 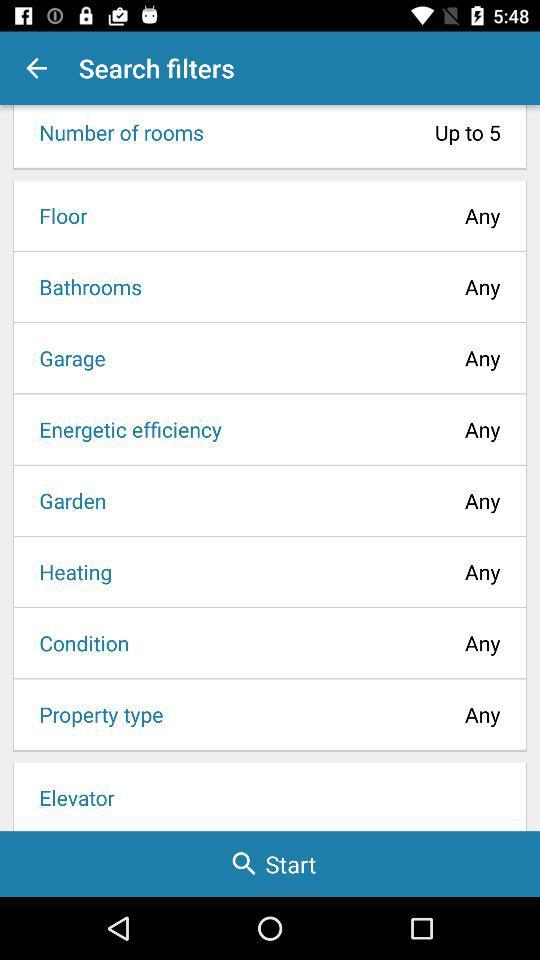 I want to click on the item above the energetic efficiency item, so click(x=65, y=358).